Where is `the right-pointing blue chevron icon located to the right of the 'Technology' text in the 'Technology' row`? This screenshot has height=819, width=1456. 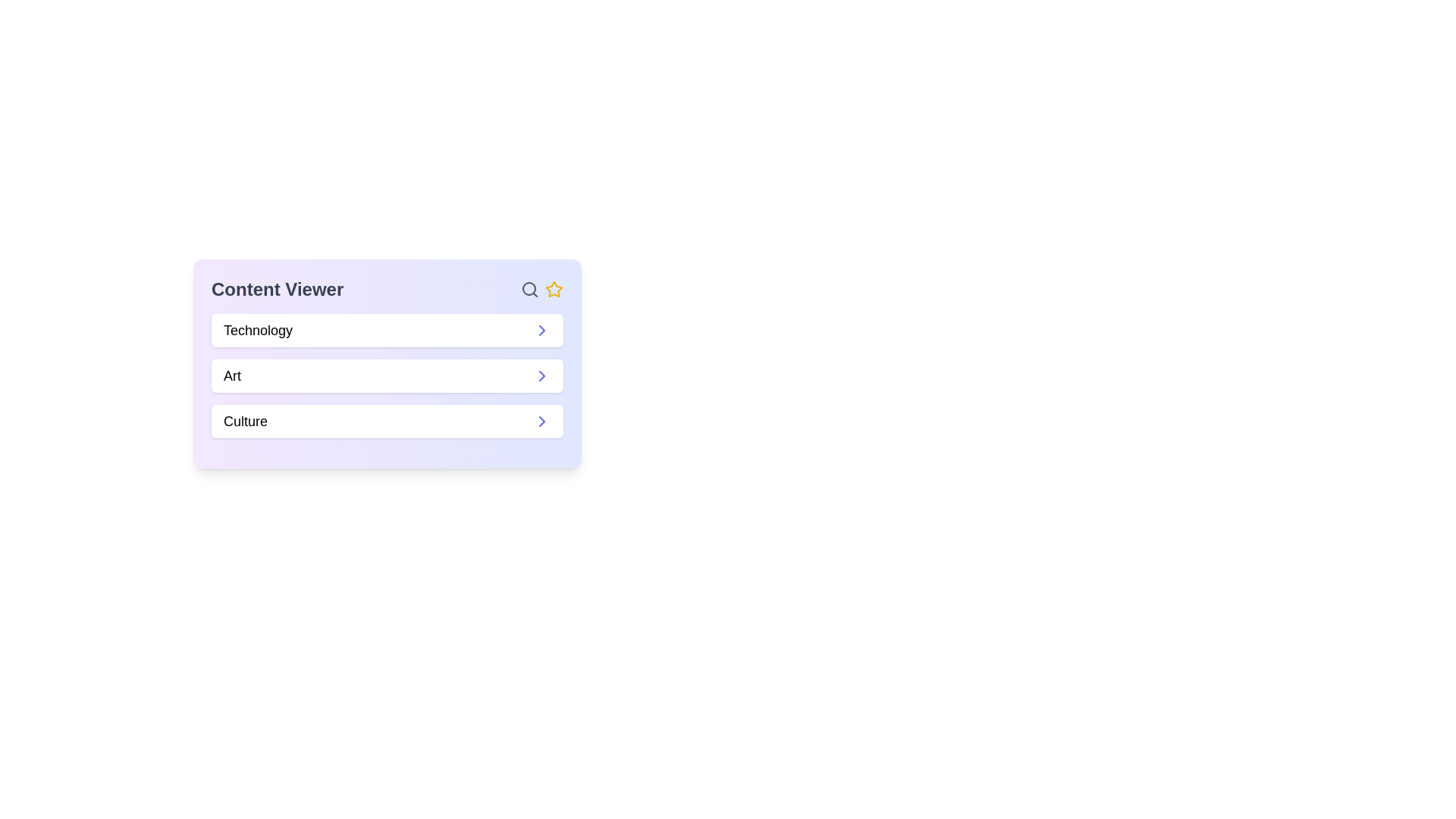 the right-pointing blue chevron icon located to the right of the 'Technology' text in the 'Technology' row is located at coordinates (542, 329).